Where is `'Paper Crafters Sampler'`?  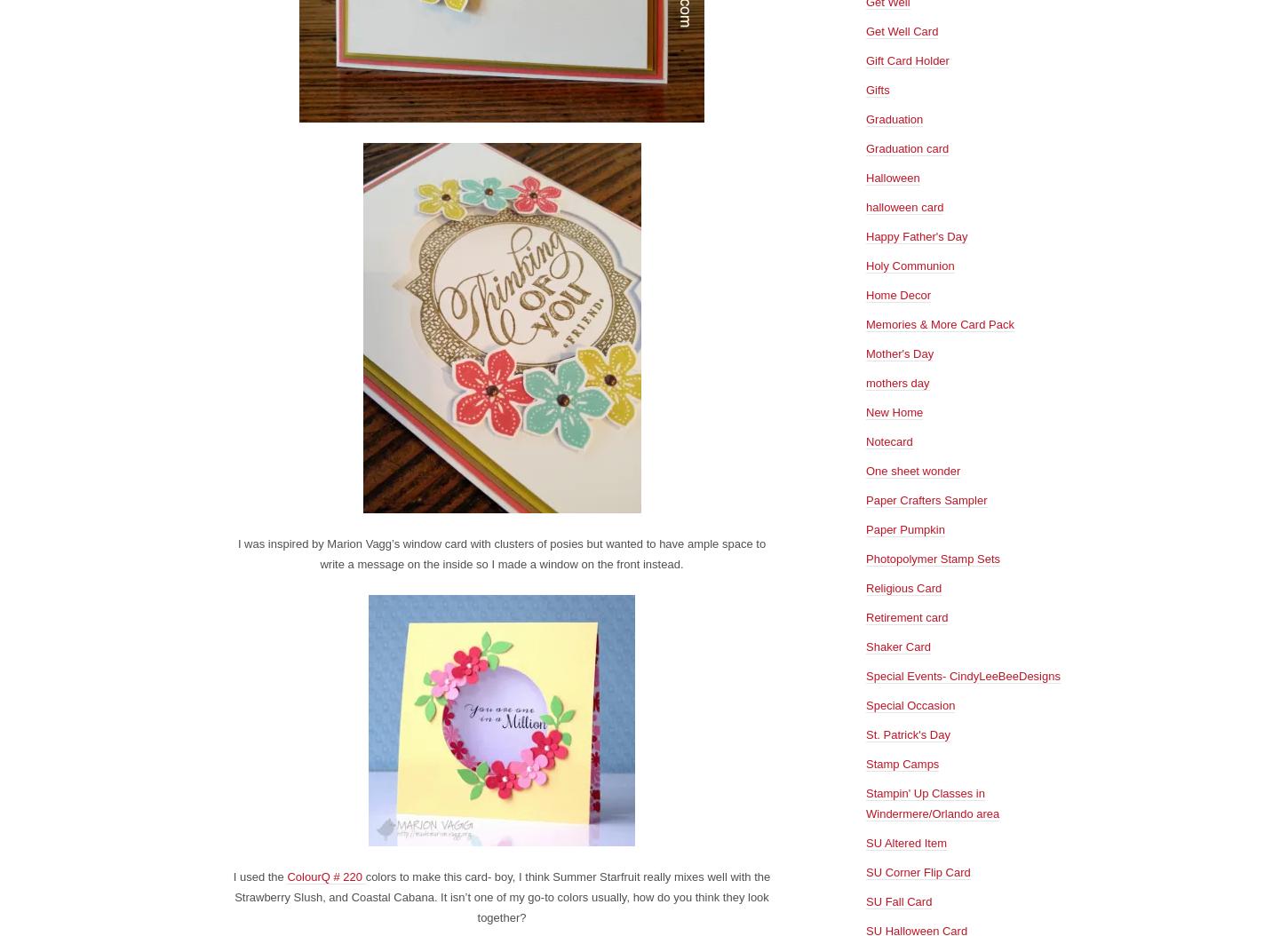
'Paper Crafters Sampler' is located at coordinates (926, 499).